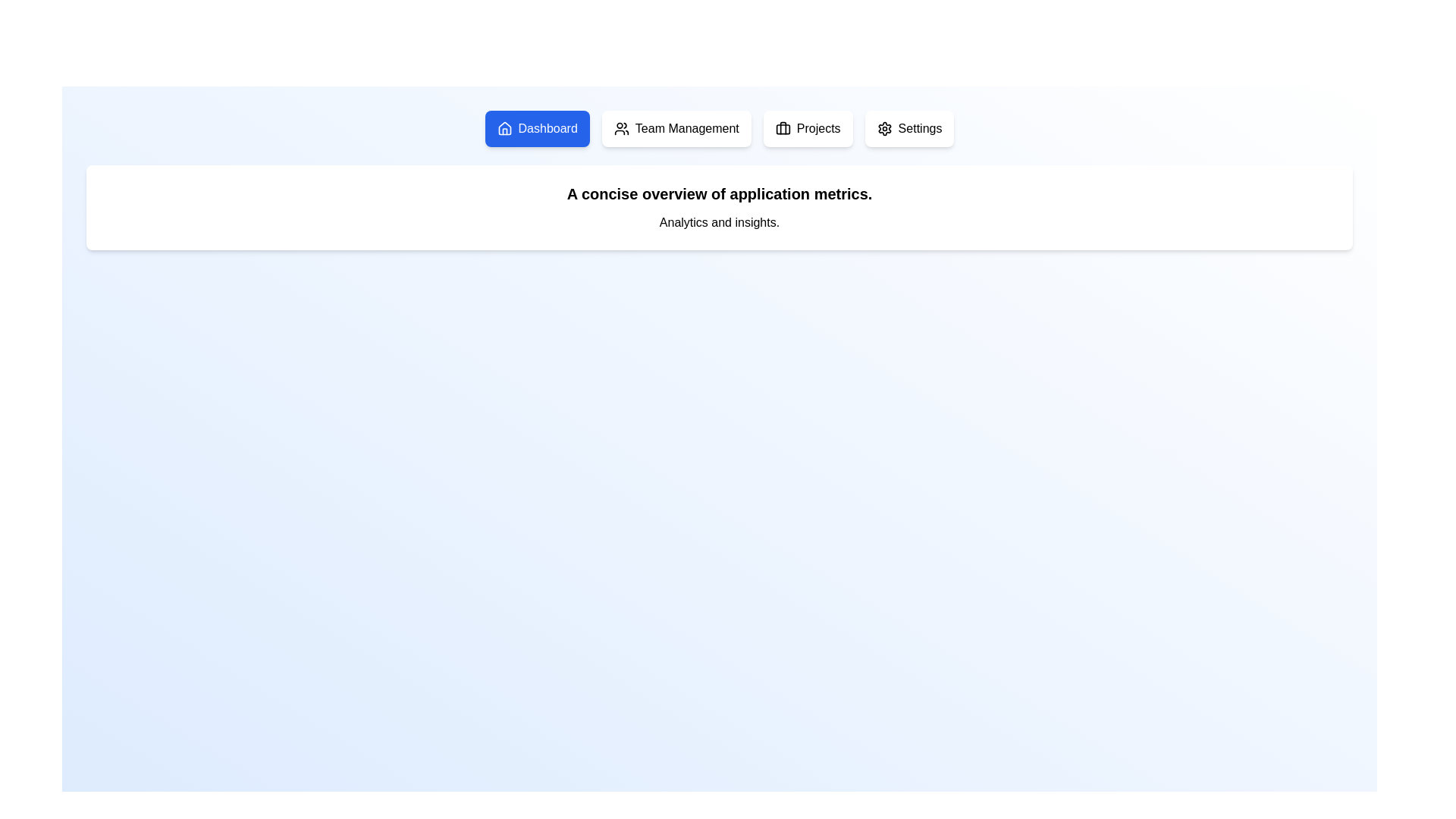  Describe the element at coordinates (719, 193) in the screenshot. I see `text element that contains 'A concise overview of application metrics.' located prominently at the top of the interface, beneath the navigation bar` at that location.